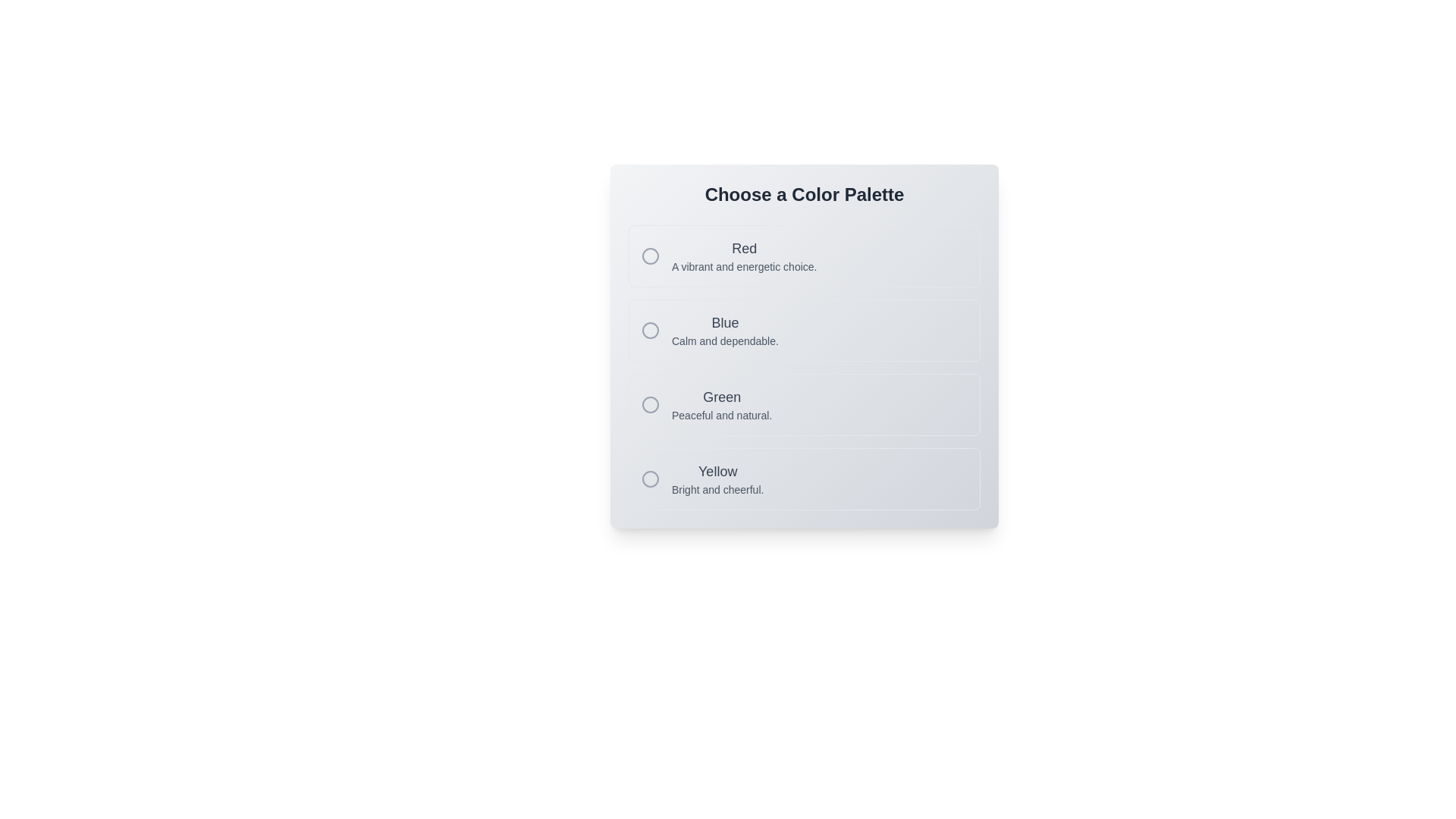 The width and height of the screenshot is (1456, 819). What do you see at coordinates (717, 489) in the screenshot?
I see `the text label 'Bright and cheerful.' which is styled in small, gray font and located directly below the 'Yellow' option` at bounding box center [717, 489].